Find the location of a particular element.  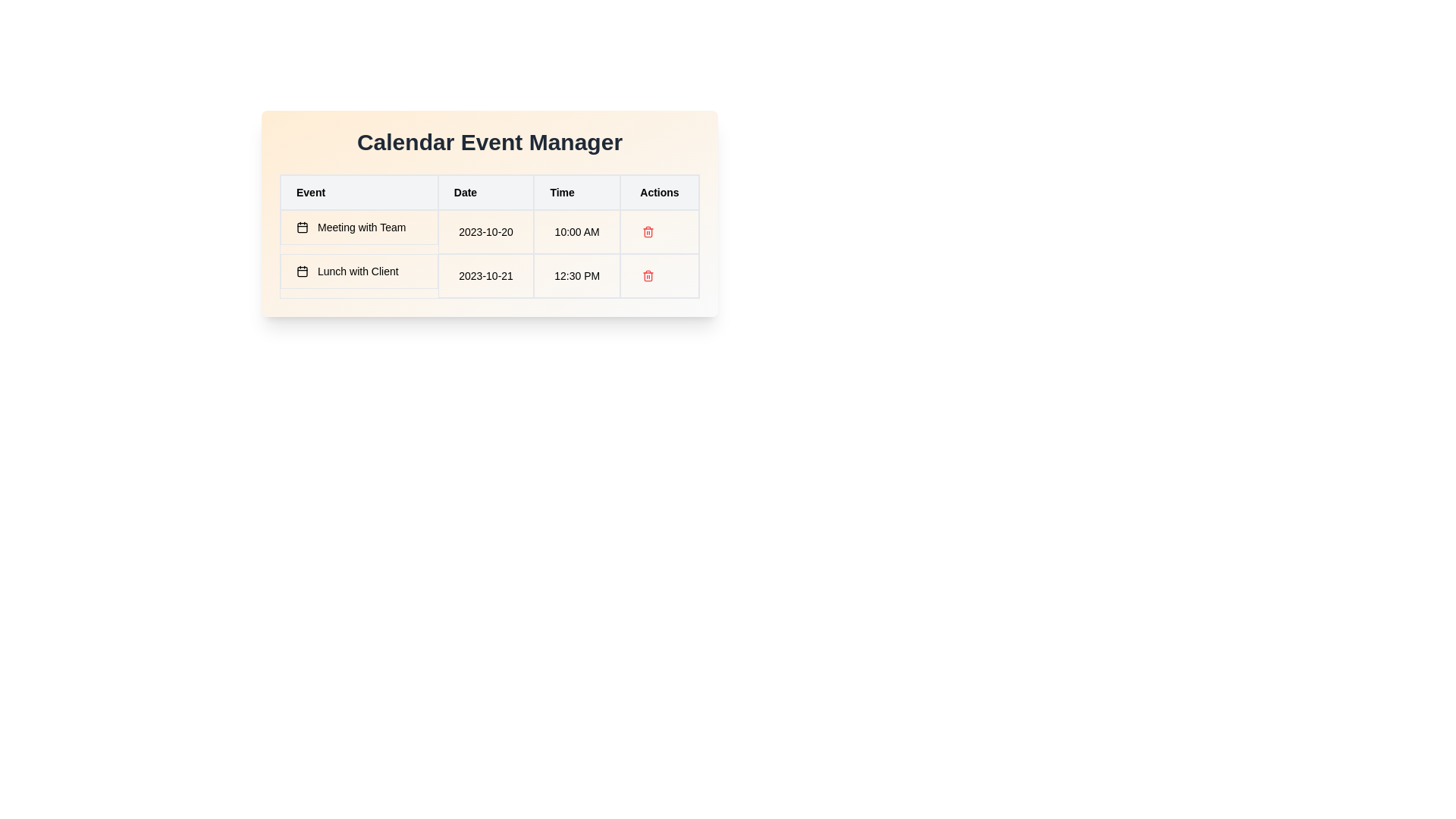

the trash bin icon button in the 'Actions' column of the second row in the 'Calendar Event Manager' table is located at coordinates (648, 275).